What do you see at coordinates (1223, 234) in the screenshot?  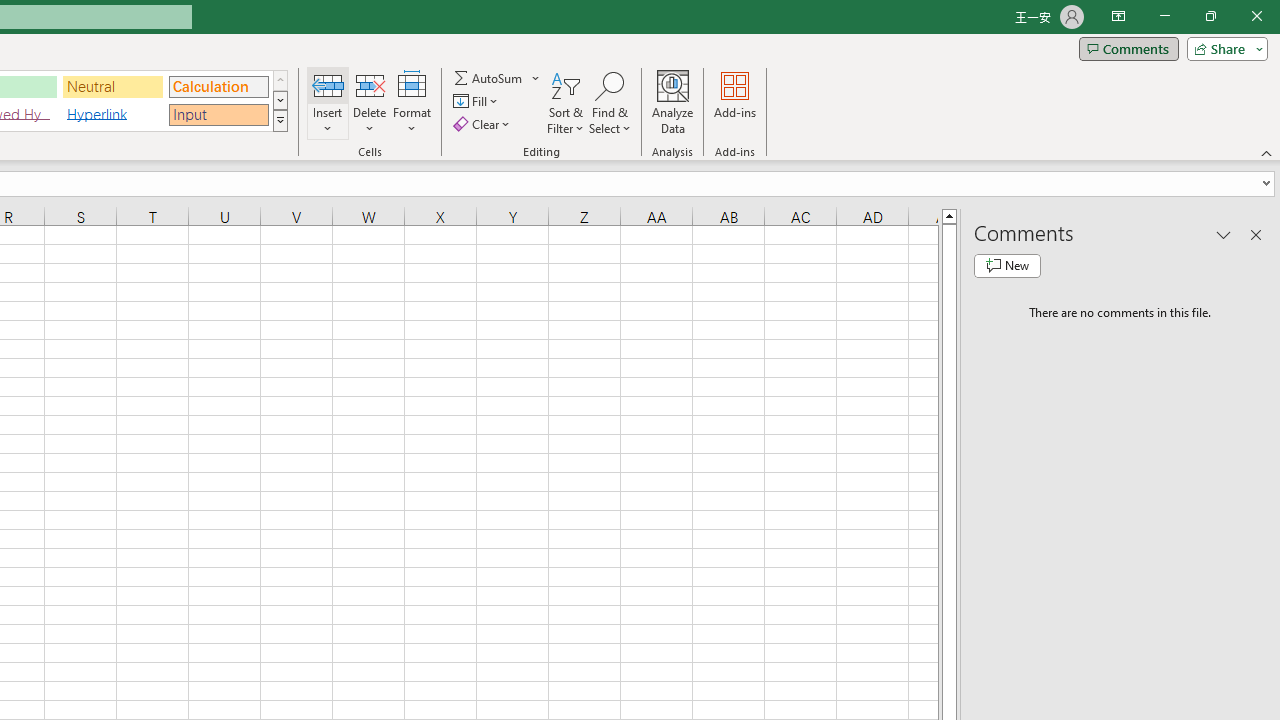 I see `'Task Pane Options'` at bounding box center [1223, 234].